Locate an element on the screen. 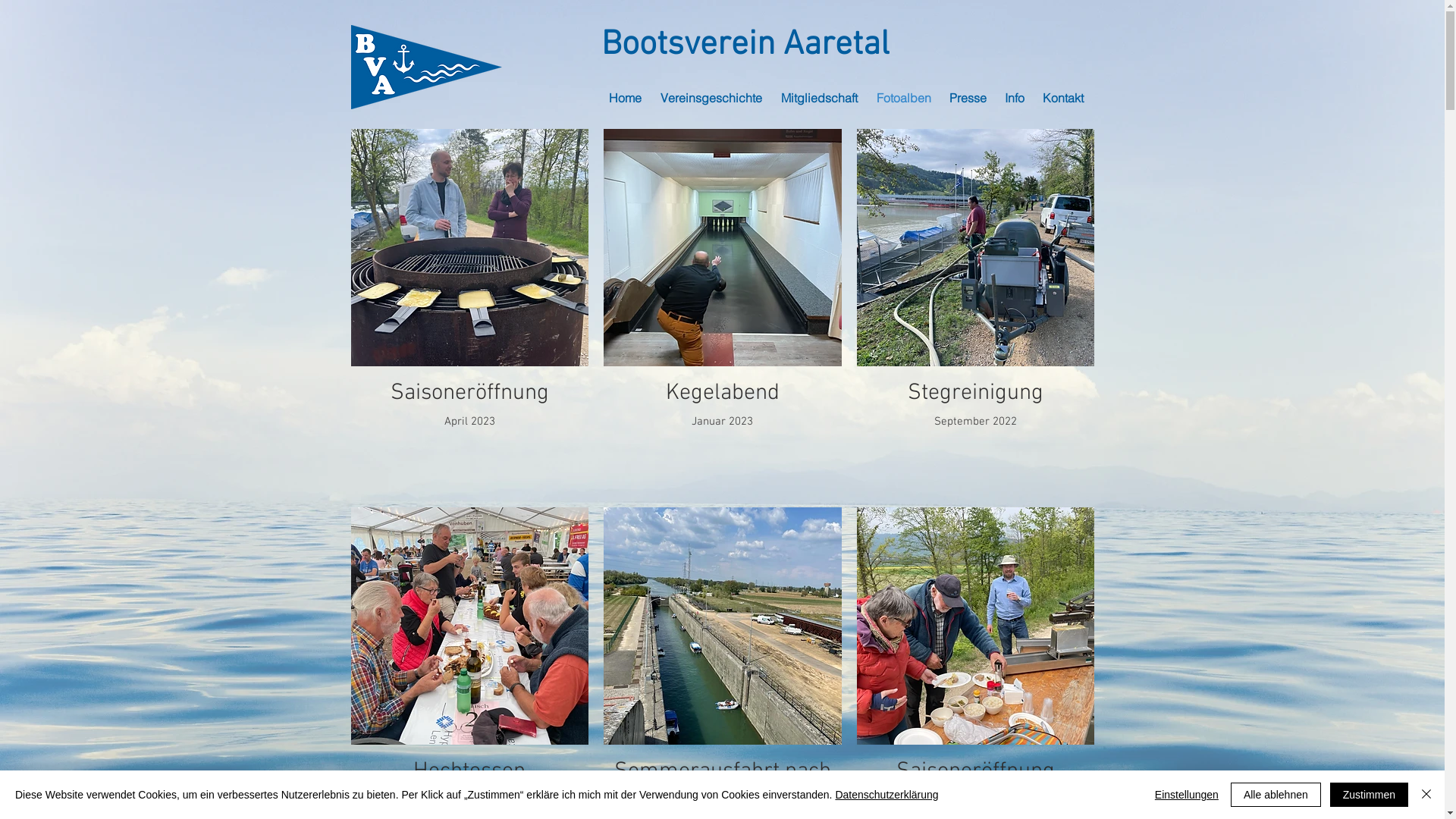 The image size is (1456, 819). 'Home' is located at coordinates (626, 97).